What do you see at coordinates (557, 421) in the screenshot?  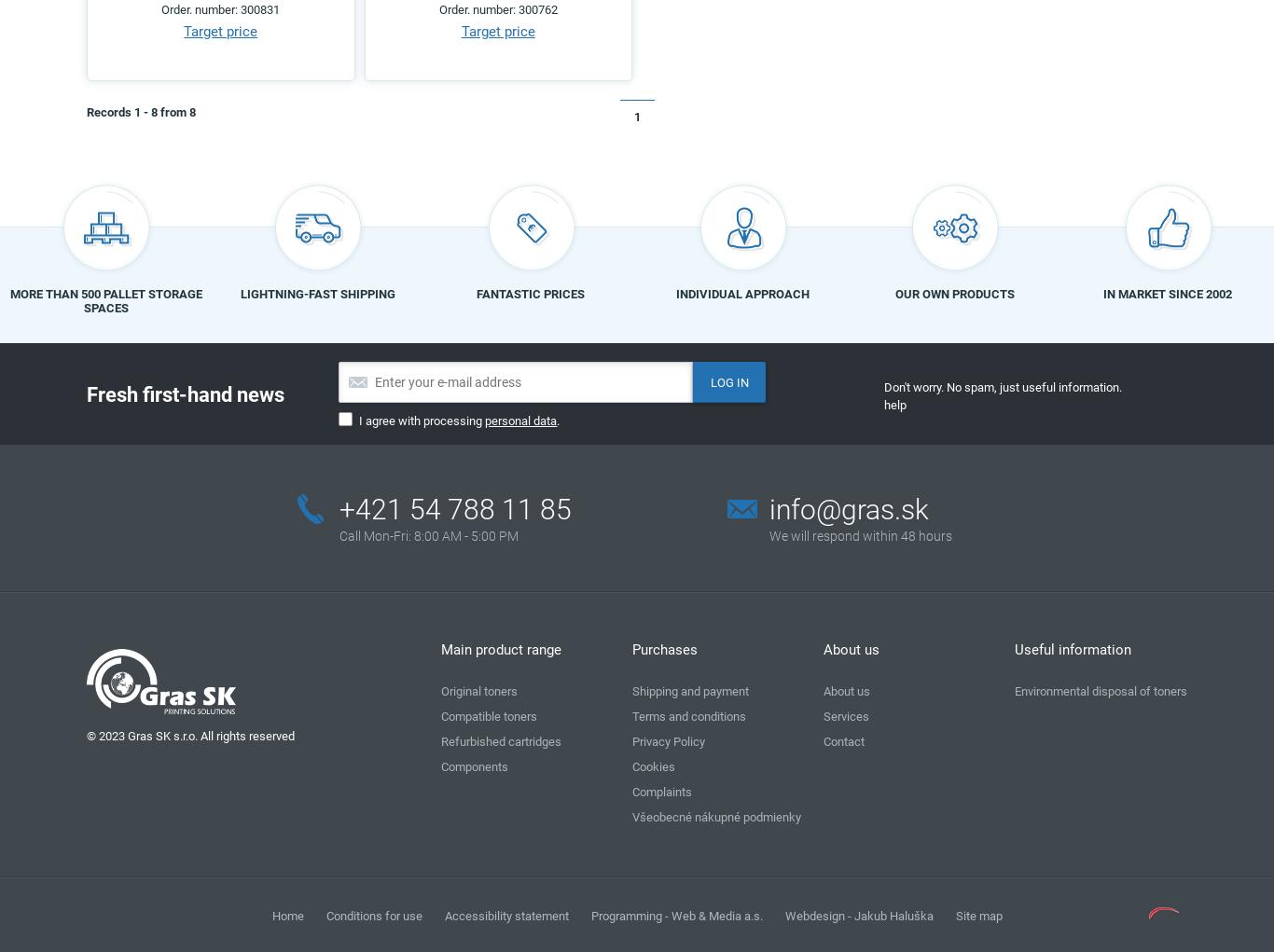 I see `'.'` at bounding box center [557, 421].